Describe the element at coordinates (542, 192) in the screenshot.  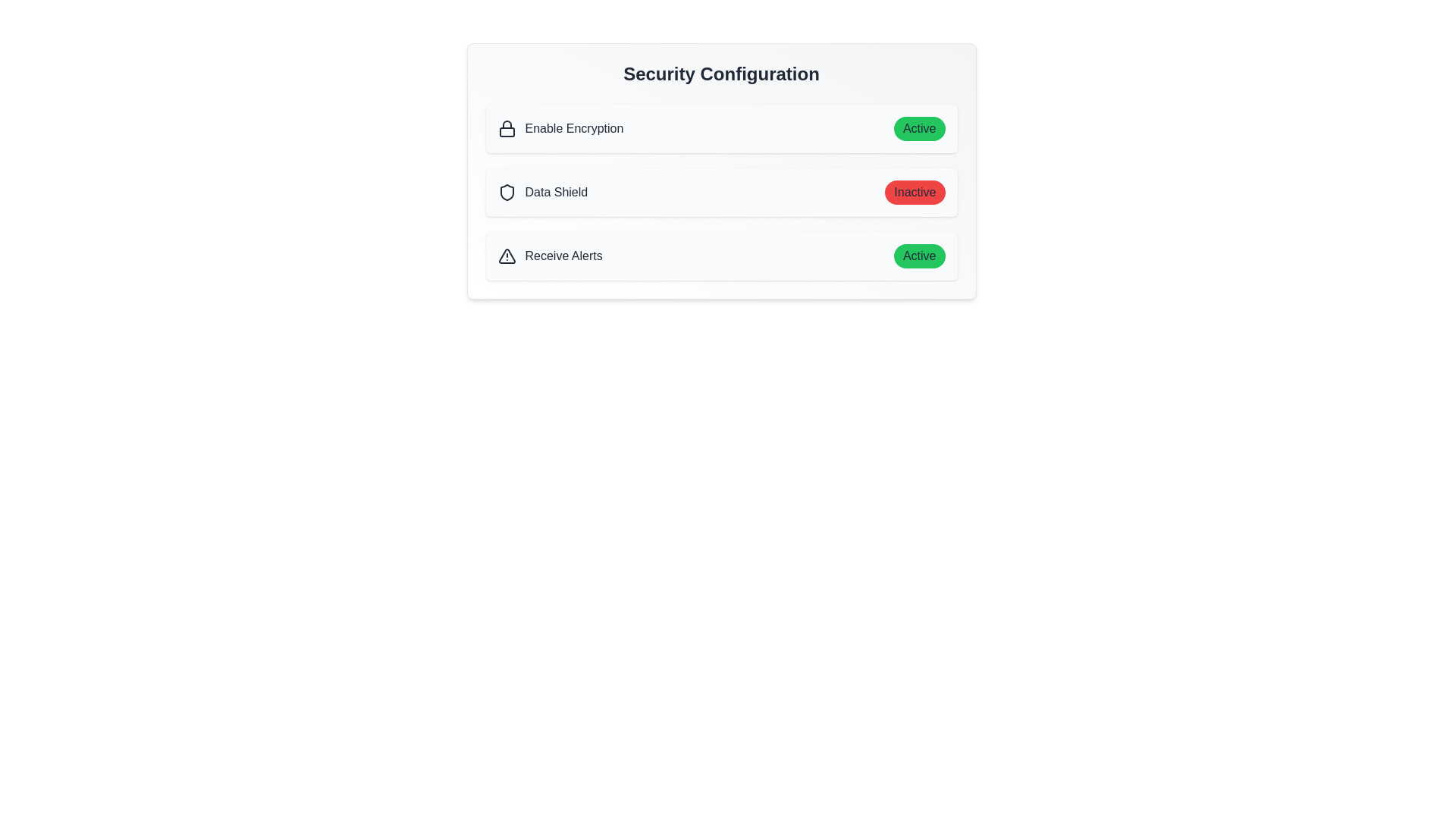
I see `the 'Data Shield' static label with icon located in the 'Security Configuration' card, positioned below 'Enable Encryption' and above 'Receive Alerts'` at that location.